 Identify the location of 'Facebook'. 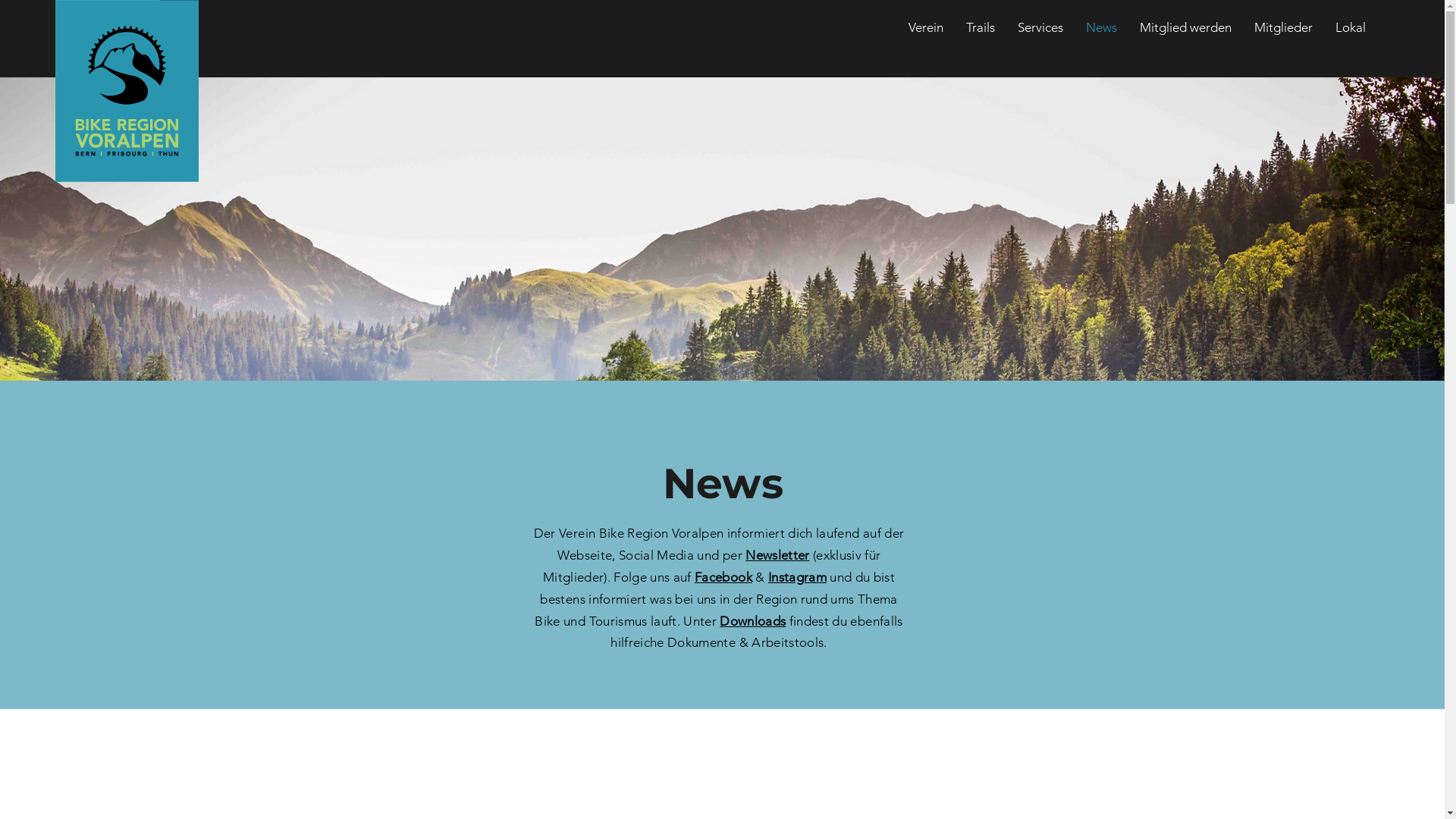
(723, 576).